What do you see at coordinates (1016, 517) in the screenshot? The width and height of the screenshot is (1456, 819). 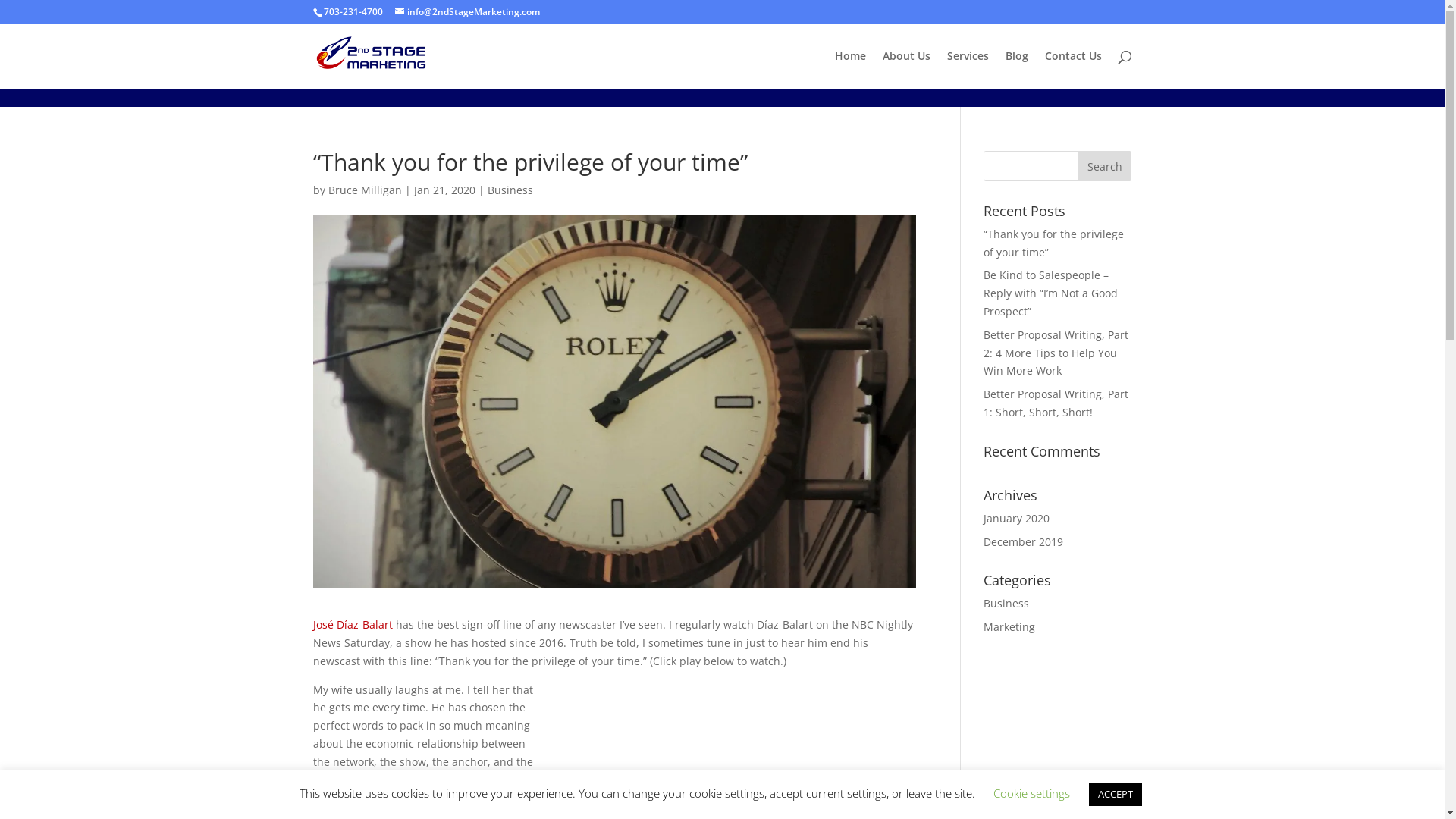 I see `'January 2020'` at bounding box center [1016, 517].